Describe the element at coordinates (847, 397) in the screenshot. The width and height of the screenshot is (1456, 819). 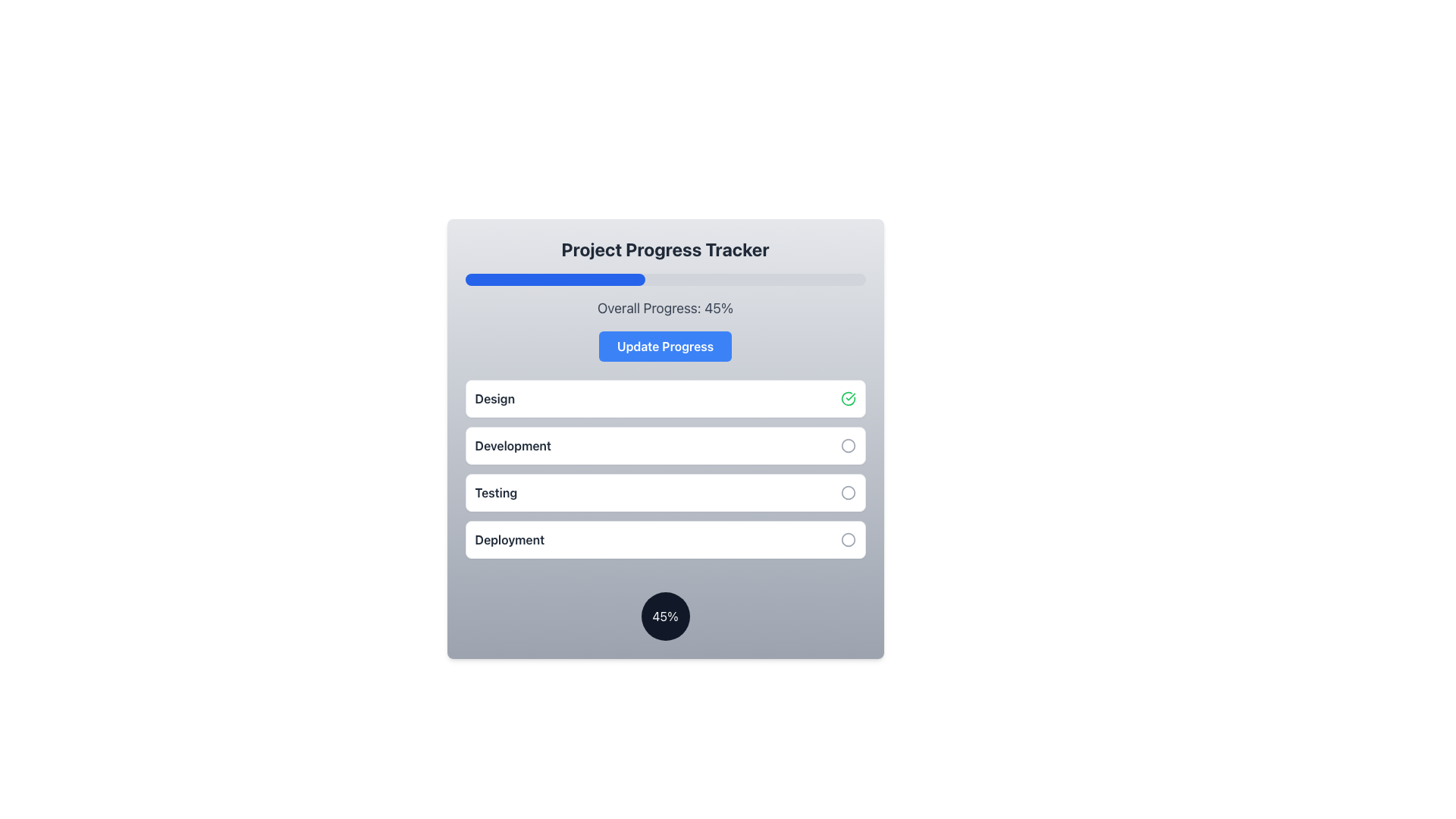
I see `the green checkmark icon that indicates completion or selection of the 'Design' task, located on the right within the row labeled 'Design'` at that location.